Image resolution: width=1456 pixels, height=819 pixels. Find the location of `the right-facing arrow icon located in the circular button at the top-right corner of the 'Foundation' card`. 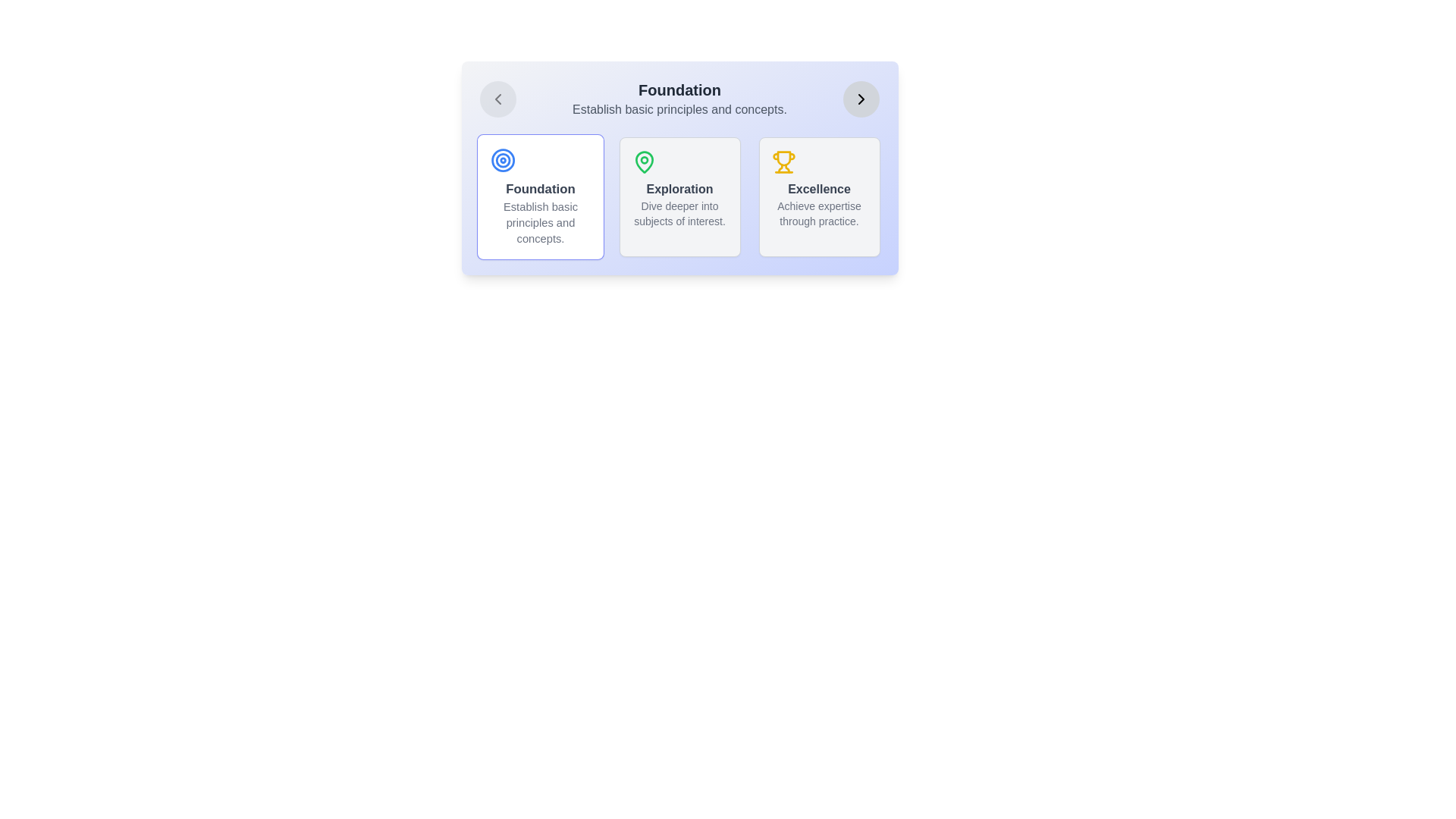

the right-facing arrow icon located in the circular button at the top-right corner of the 'Foundation' card is located at coordinates (861, 99).